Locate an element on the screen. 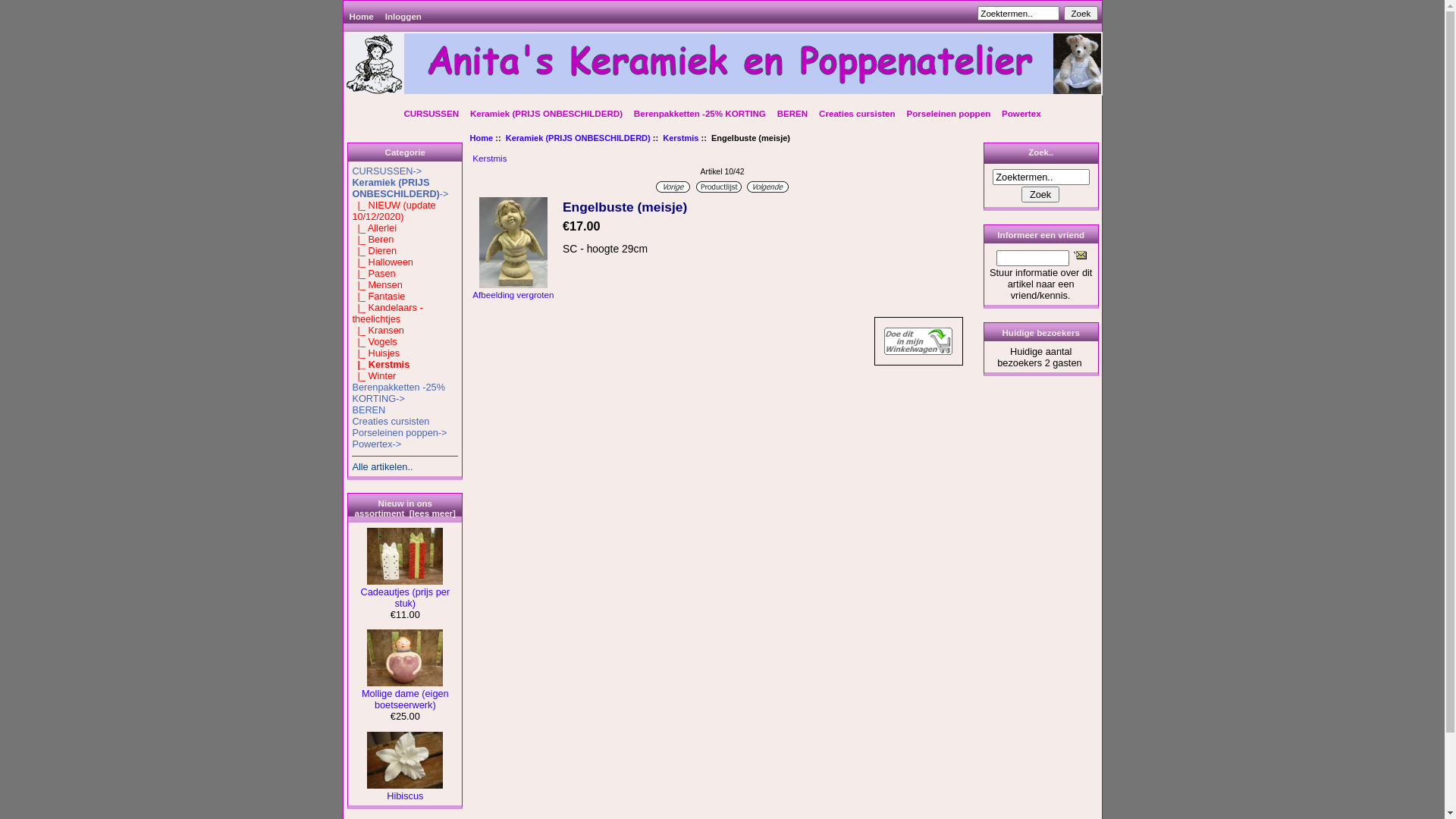  'Hibiscus' is located at coordinates (404, 790).